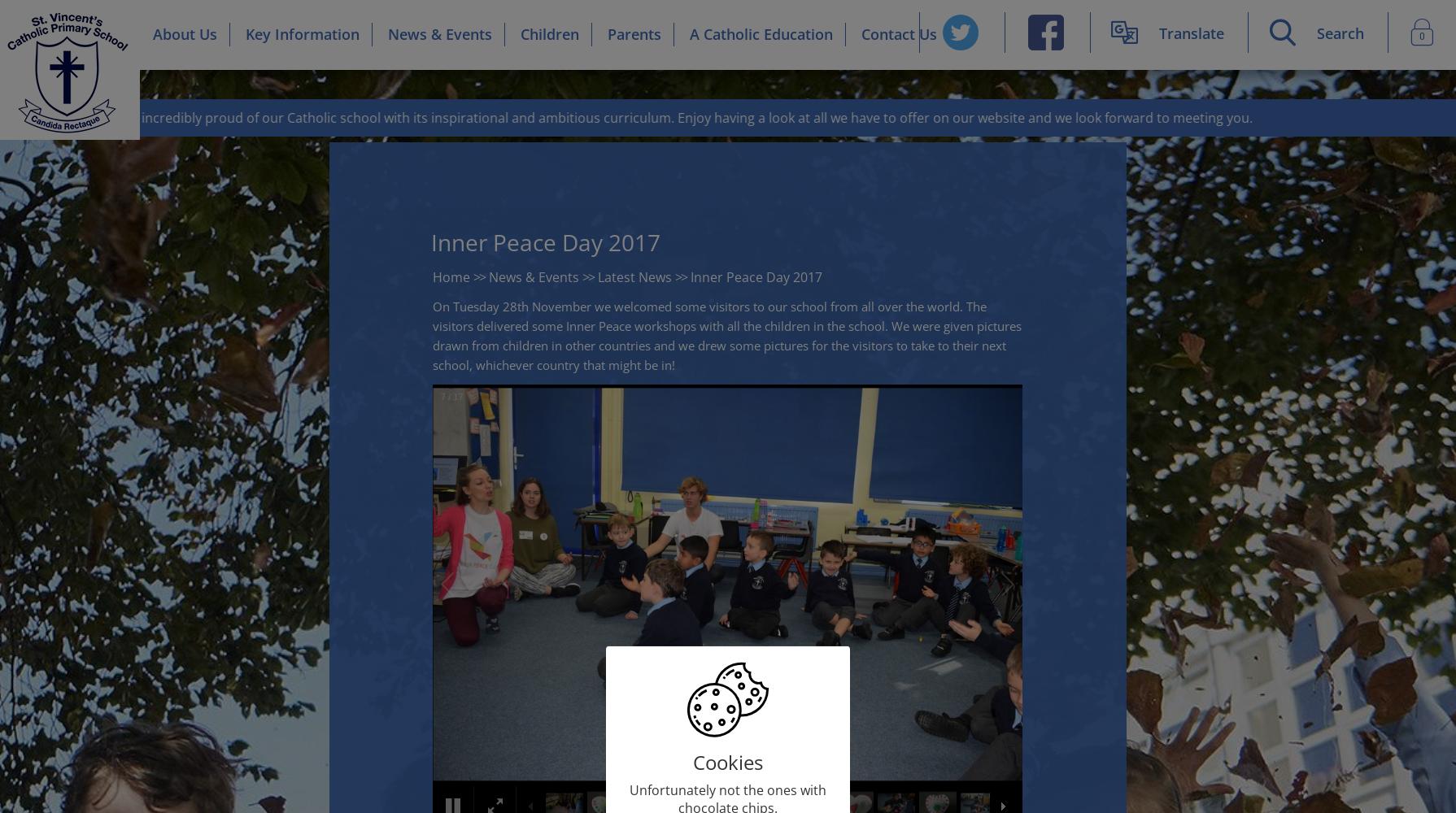 This screenshot has height=813, width=1456. Describe the element at coordinates (692, 761) in the screenshot. I see `'Cookies'` at that location.